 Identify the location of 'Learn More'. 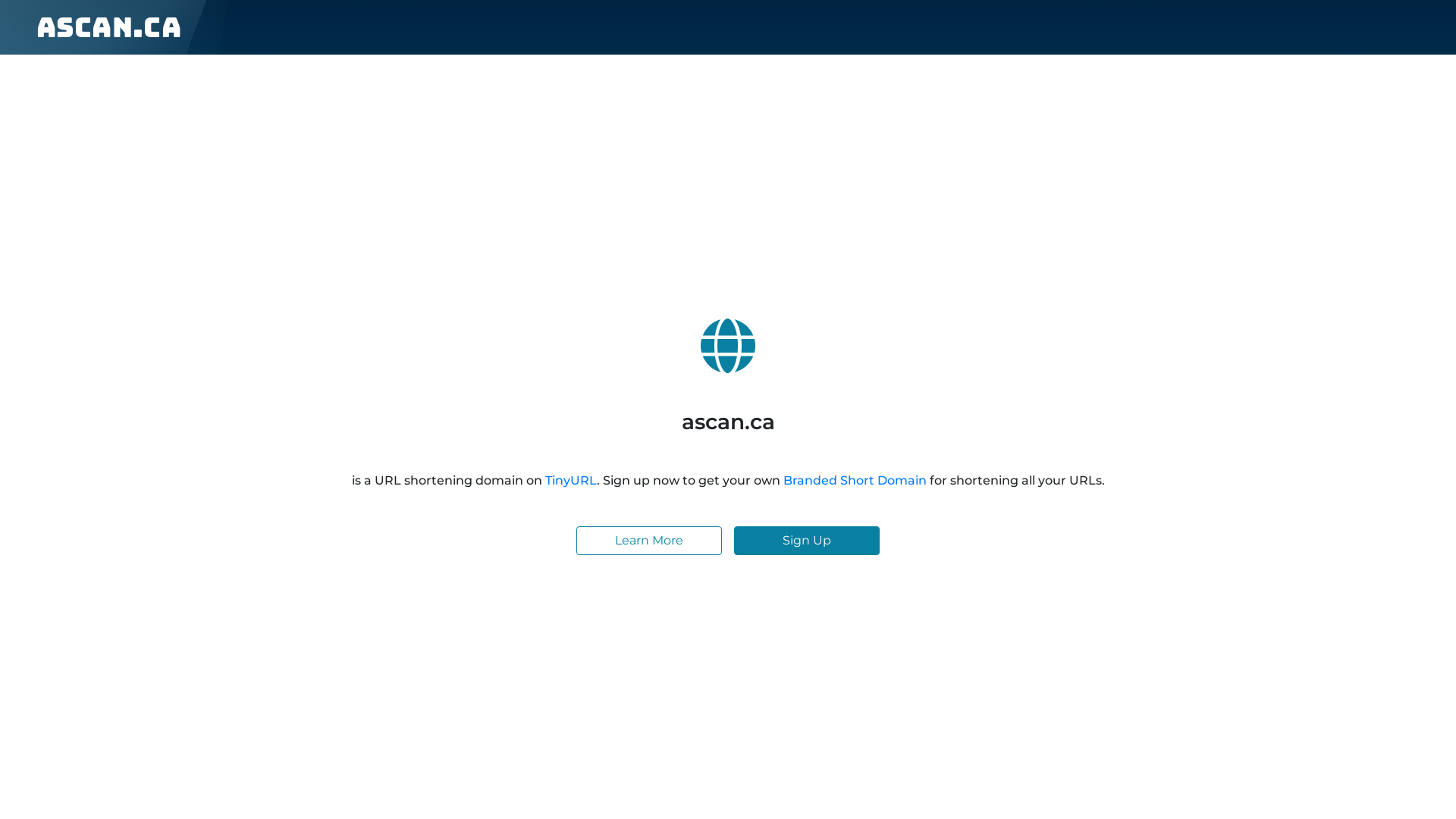
(648, 540).